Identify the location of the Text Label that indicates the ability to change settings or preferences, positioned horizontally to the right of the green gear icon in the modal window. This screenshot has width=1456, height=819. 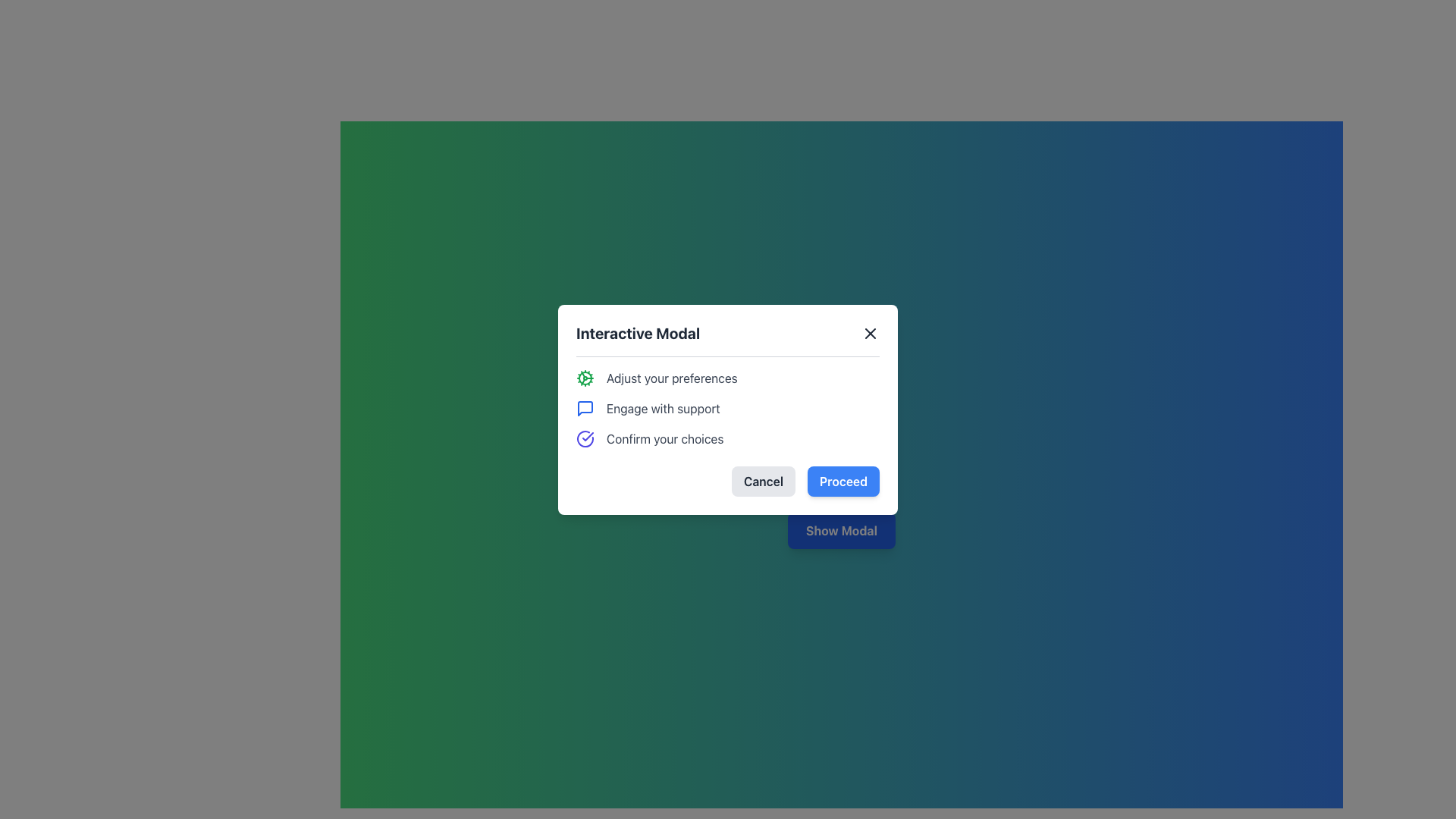
(671, 377).